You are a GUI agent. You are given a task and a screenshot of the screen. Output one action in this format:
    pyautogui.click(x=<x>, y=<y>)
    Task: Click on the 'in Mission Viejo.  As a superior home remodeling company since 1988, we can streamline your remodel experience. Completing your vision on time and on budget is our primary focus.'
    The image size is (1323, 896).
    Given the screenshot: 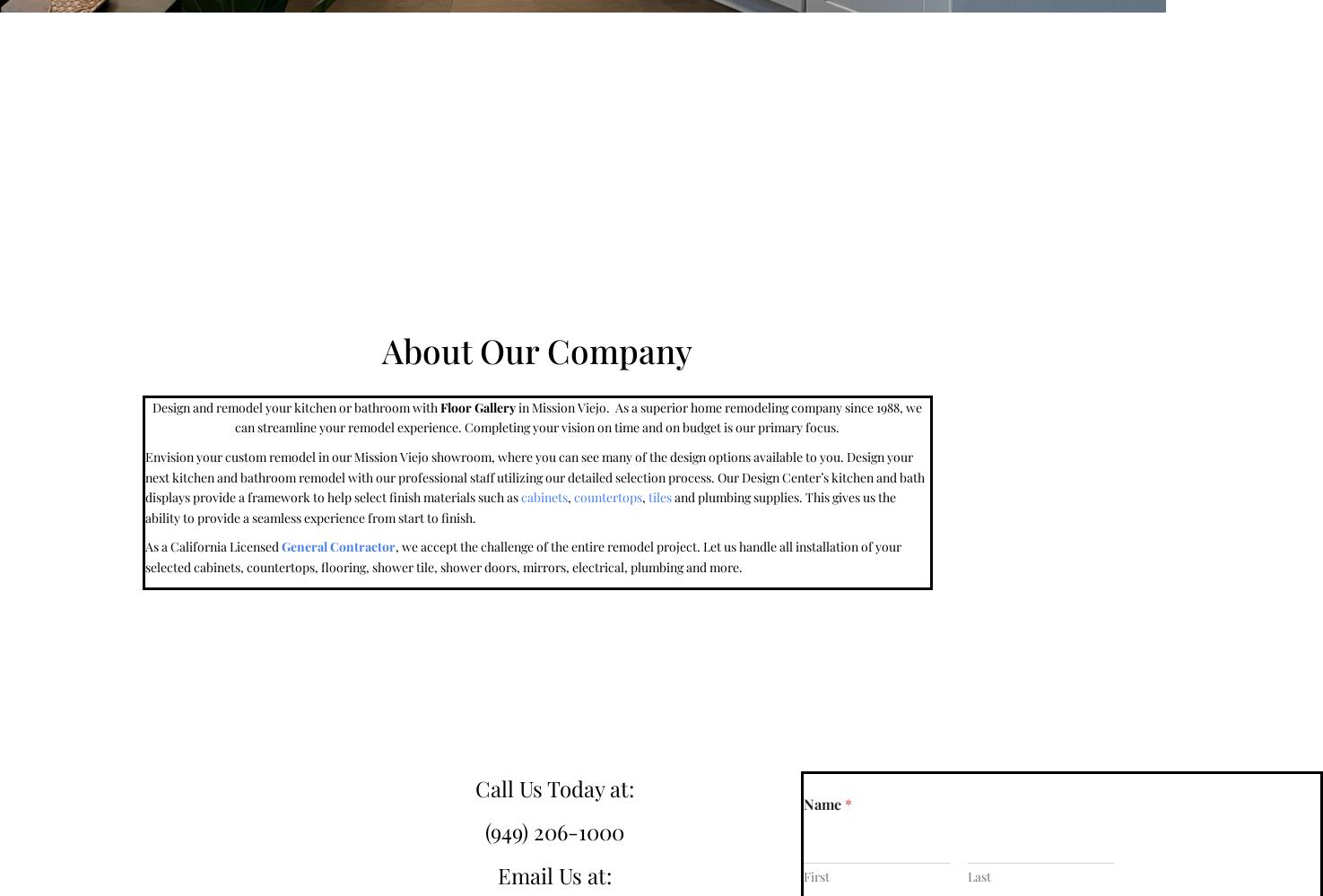 What is the action you would take?
    pyautogui.click(x=578, y=417)
    